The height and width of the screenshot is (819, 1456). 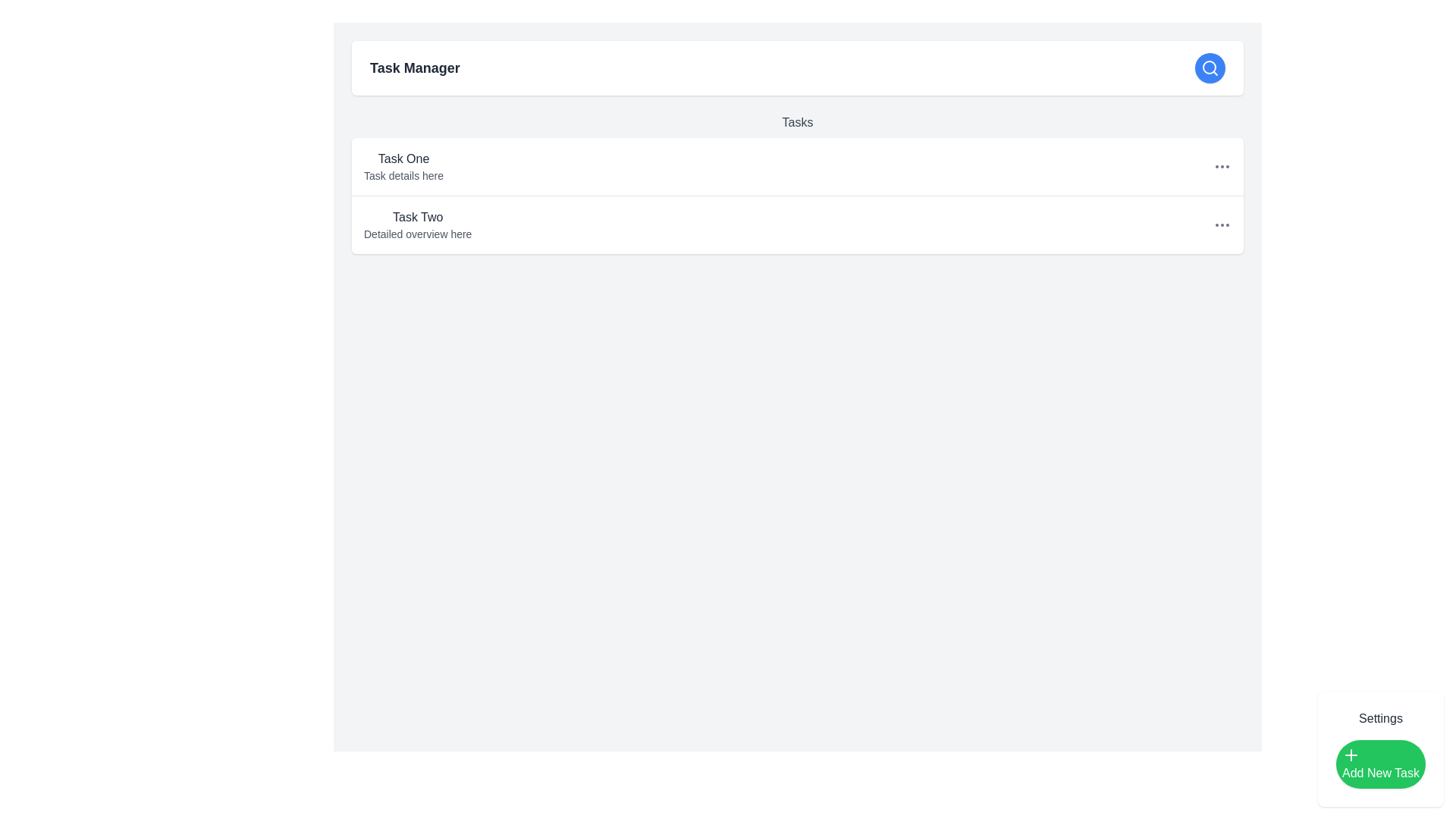 I want to click on the text label displaying 'Task One' in bold dark gray at the top of the task item card in the list view, so click(x=403, y=158).